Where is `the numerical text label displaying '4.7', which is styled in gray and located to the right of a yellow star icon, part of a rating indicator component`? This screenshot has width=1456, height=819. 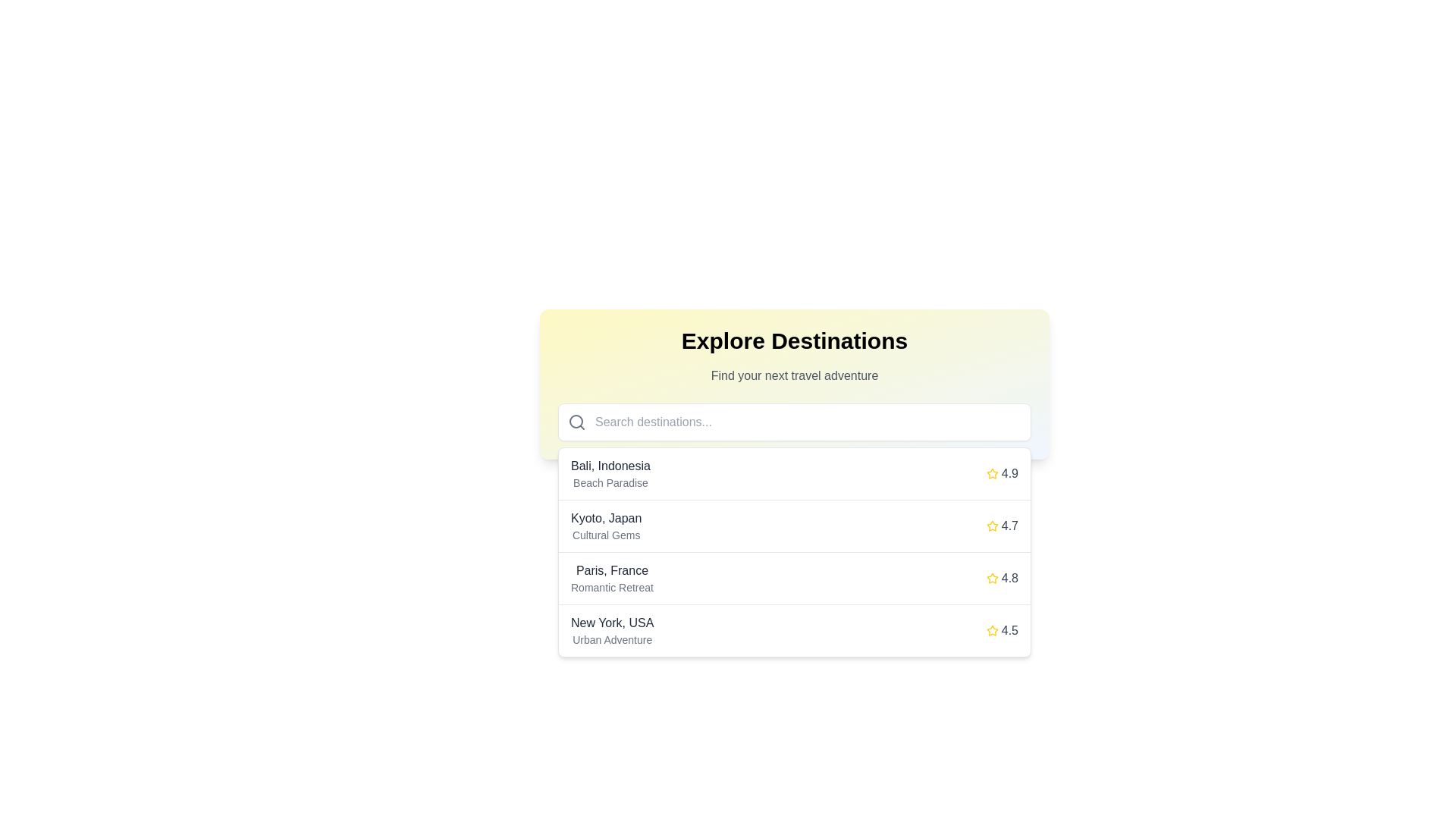
the numerical text label displaying '4.7', which is styled in gray and located to the right of a yellow star icon, part of a rating indicator component is located at coordinates (1009, 526).